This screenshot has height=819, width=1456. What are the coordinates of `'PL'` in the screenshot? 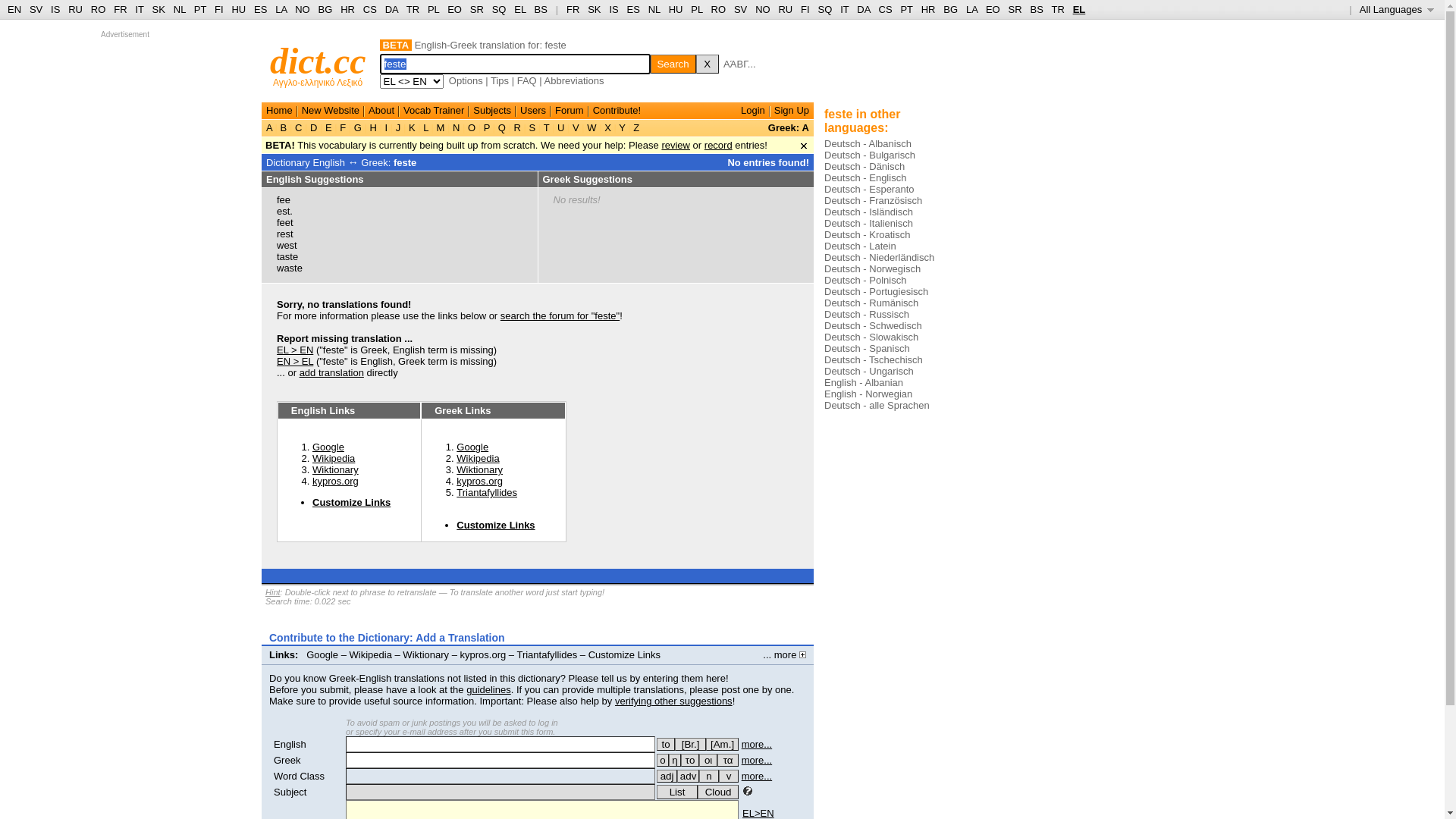 It's located at (432, 9).